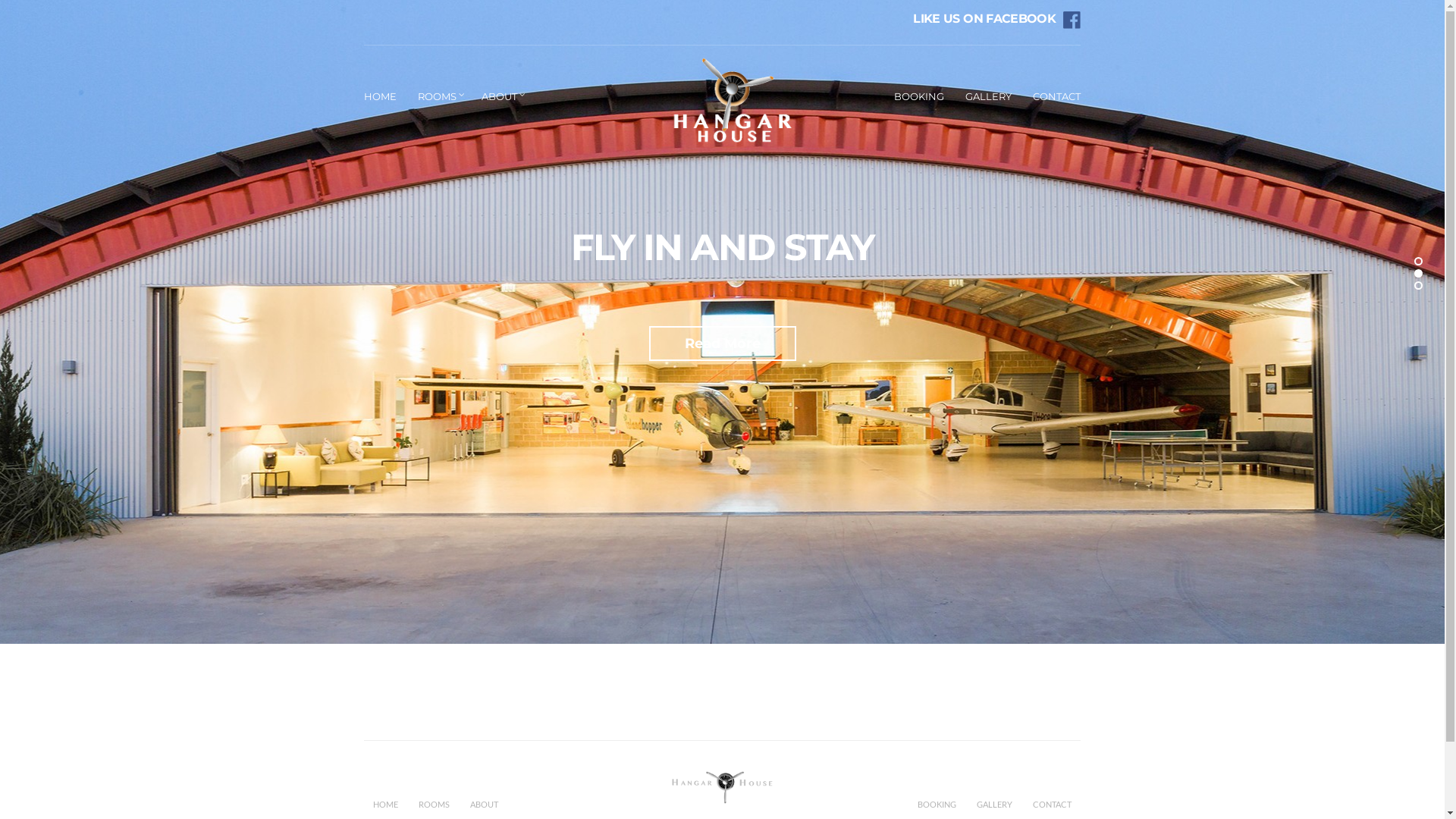 This screenshot has height=819, width=1456. I want to click on 'ROOMS', so click(433, 805).